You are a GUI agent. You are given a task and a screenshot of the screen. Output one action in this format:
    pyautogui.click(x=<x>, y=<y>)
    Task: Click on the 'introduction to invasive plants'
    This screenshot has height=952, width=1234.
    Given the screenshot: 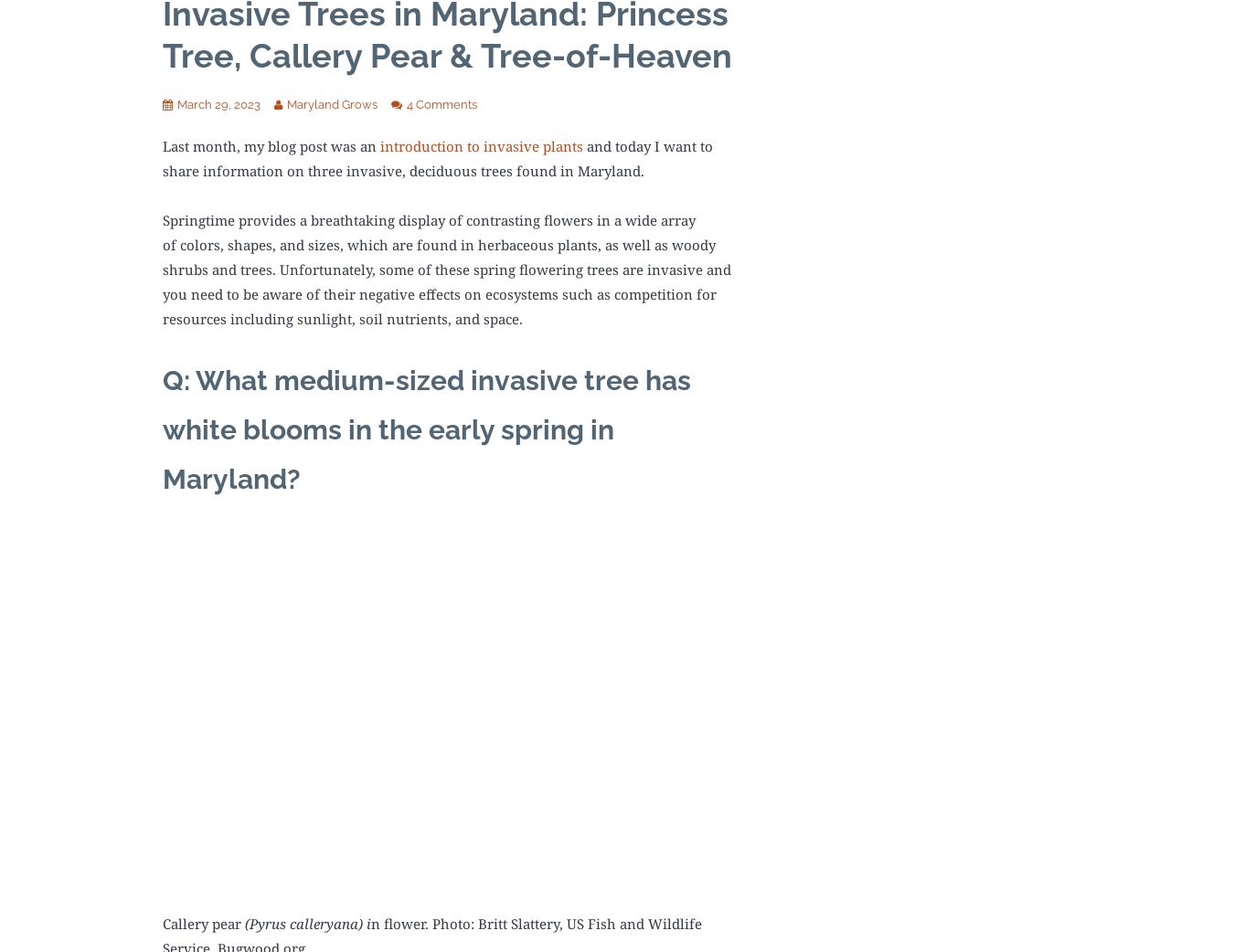 What is the action you would take?
    pyautogui.click(x=379, y=145)
    